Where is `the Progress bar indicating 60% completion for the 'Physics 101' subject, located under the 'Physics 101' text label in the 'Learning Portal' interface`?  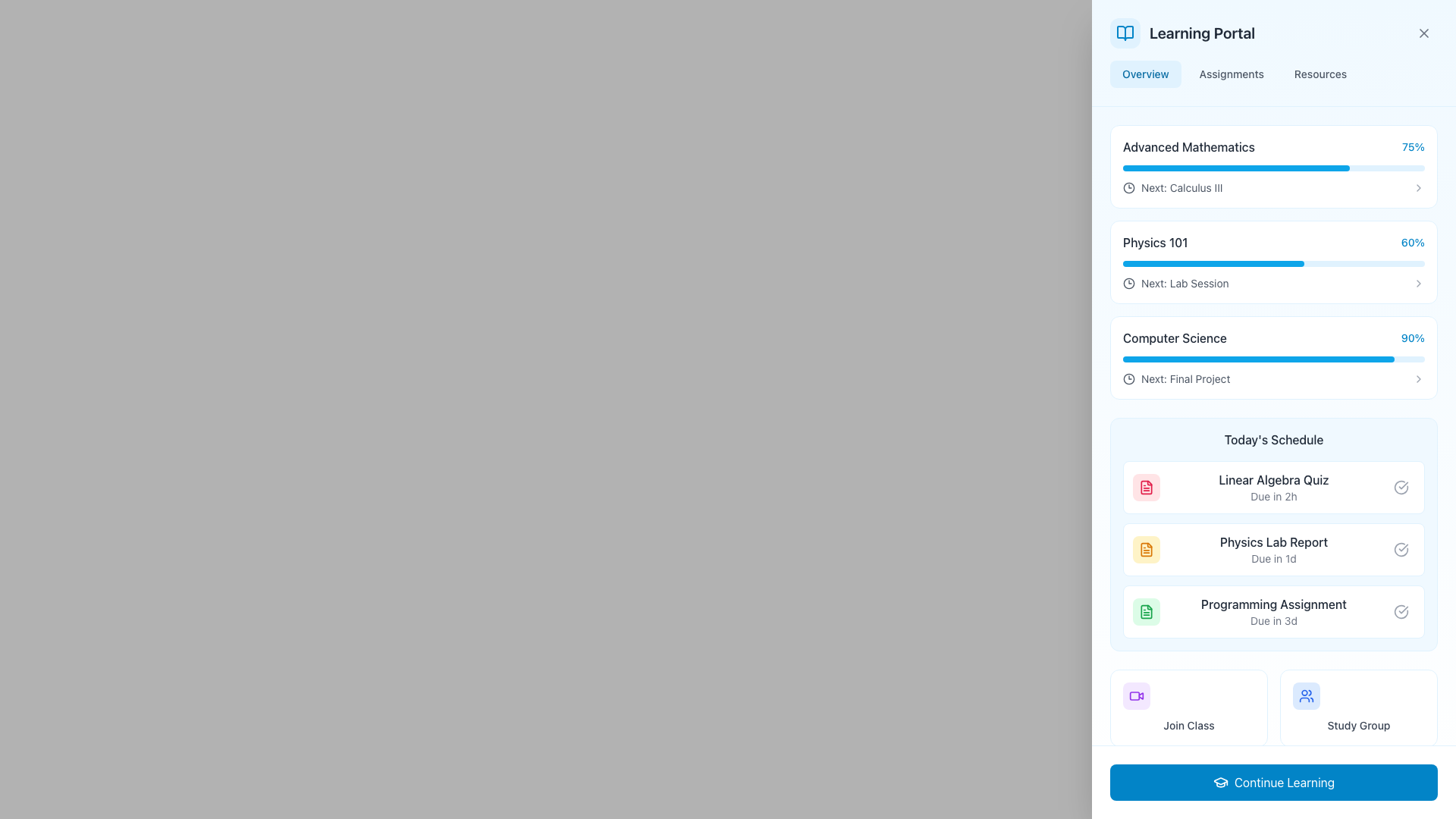 the Progress bar indicating 60% completion for the 'Physics 101' subject, located under the 'Physics 101' text label in the 'Learning Portal' interface is located at coordinates (1213, 262).